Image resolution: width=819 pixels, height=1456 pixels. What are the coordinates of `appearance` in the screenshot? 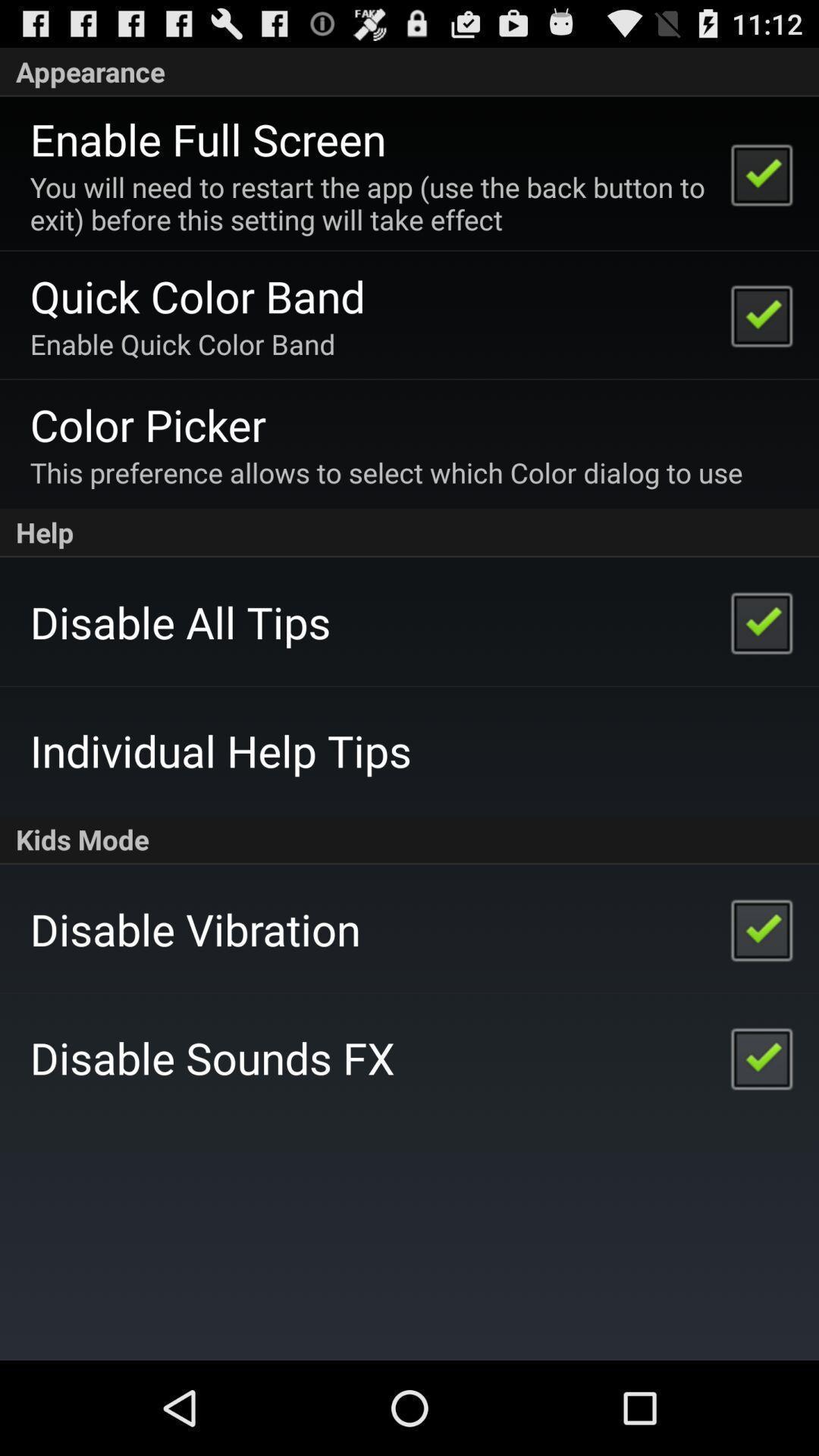 It's located at (409, 71).